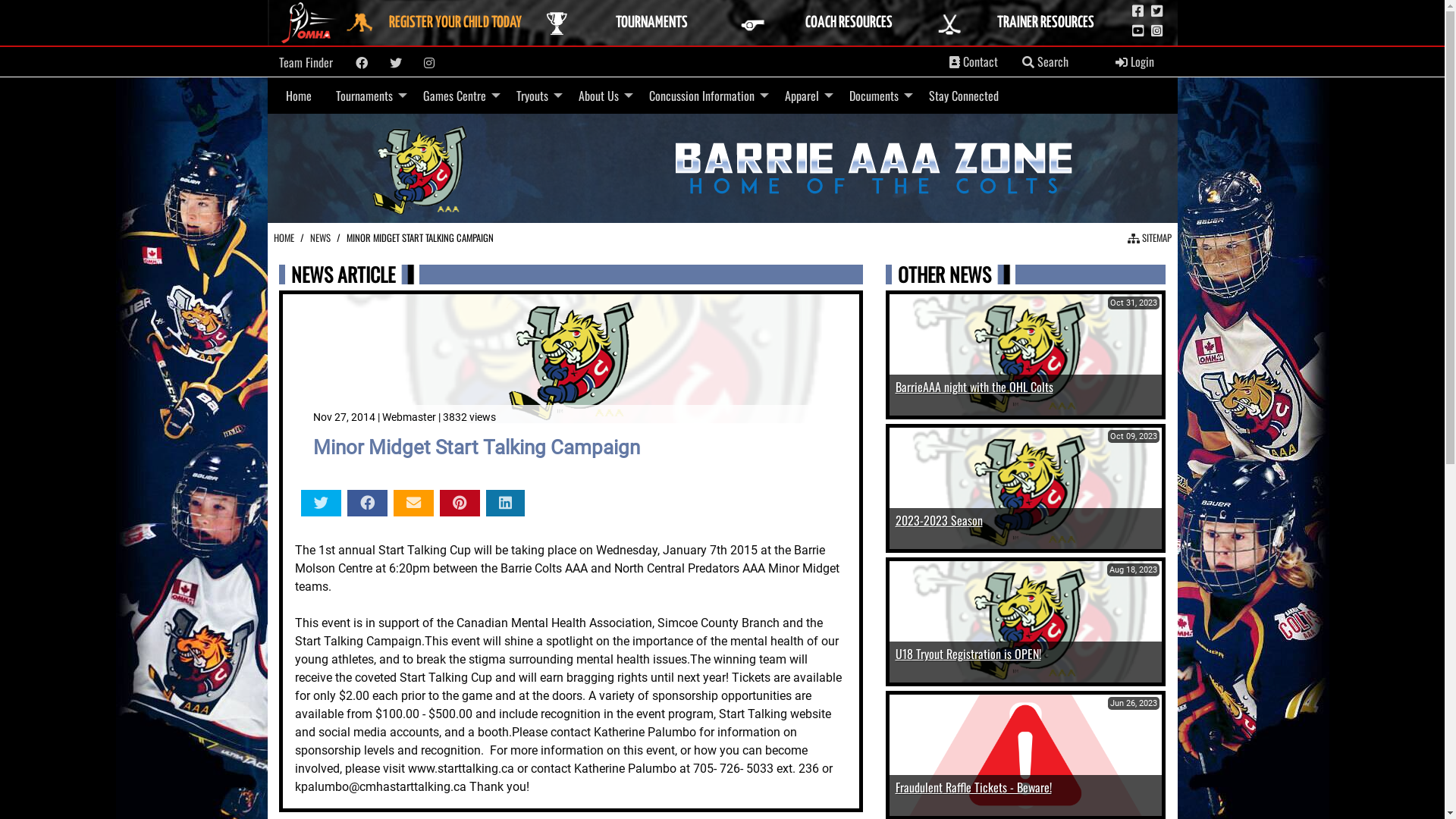 The width and height of the screenshot is (1456, 819). I want to click on 'Search', so click(1028, 61).